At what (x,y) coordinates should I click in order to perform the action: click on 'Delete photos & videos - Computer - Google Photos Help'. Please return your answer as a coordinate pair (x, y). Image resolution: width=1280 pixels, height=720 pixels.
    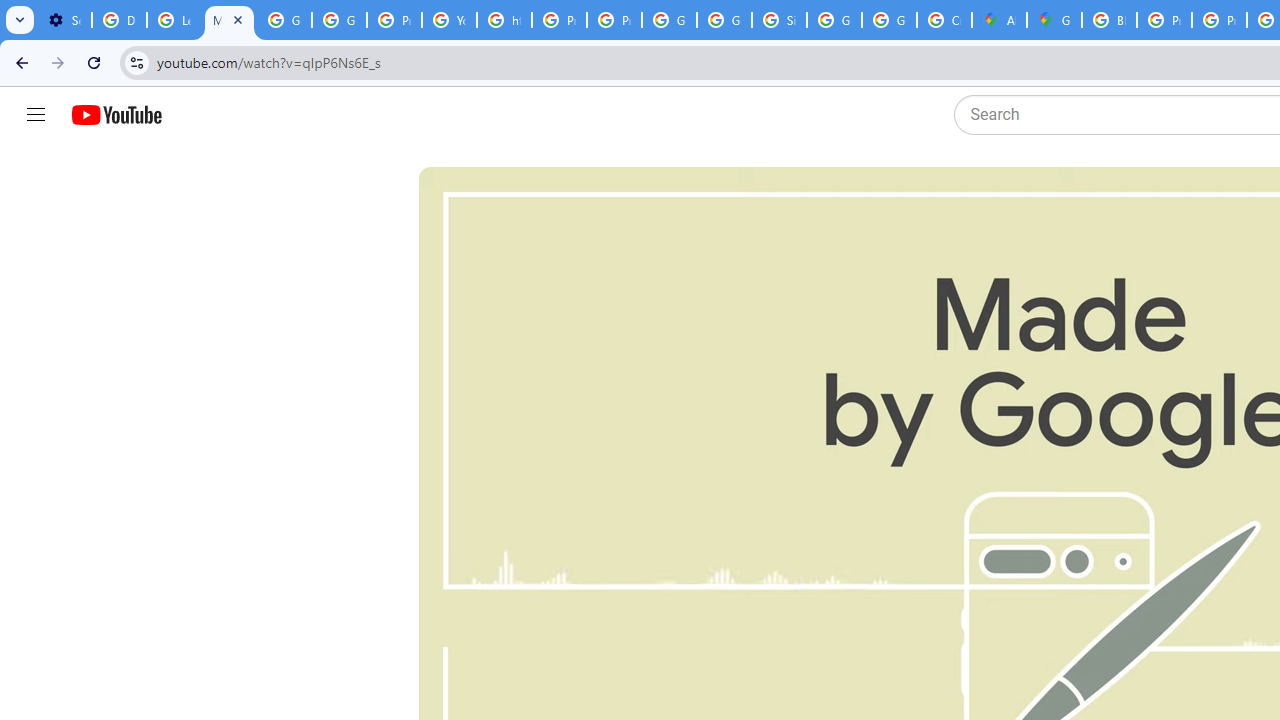
    Looking at the image, I should click on (118, 20).